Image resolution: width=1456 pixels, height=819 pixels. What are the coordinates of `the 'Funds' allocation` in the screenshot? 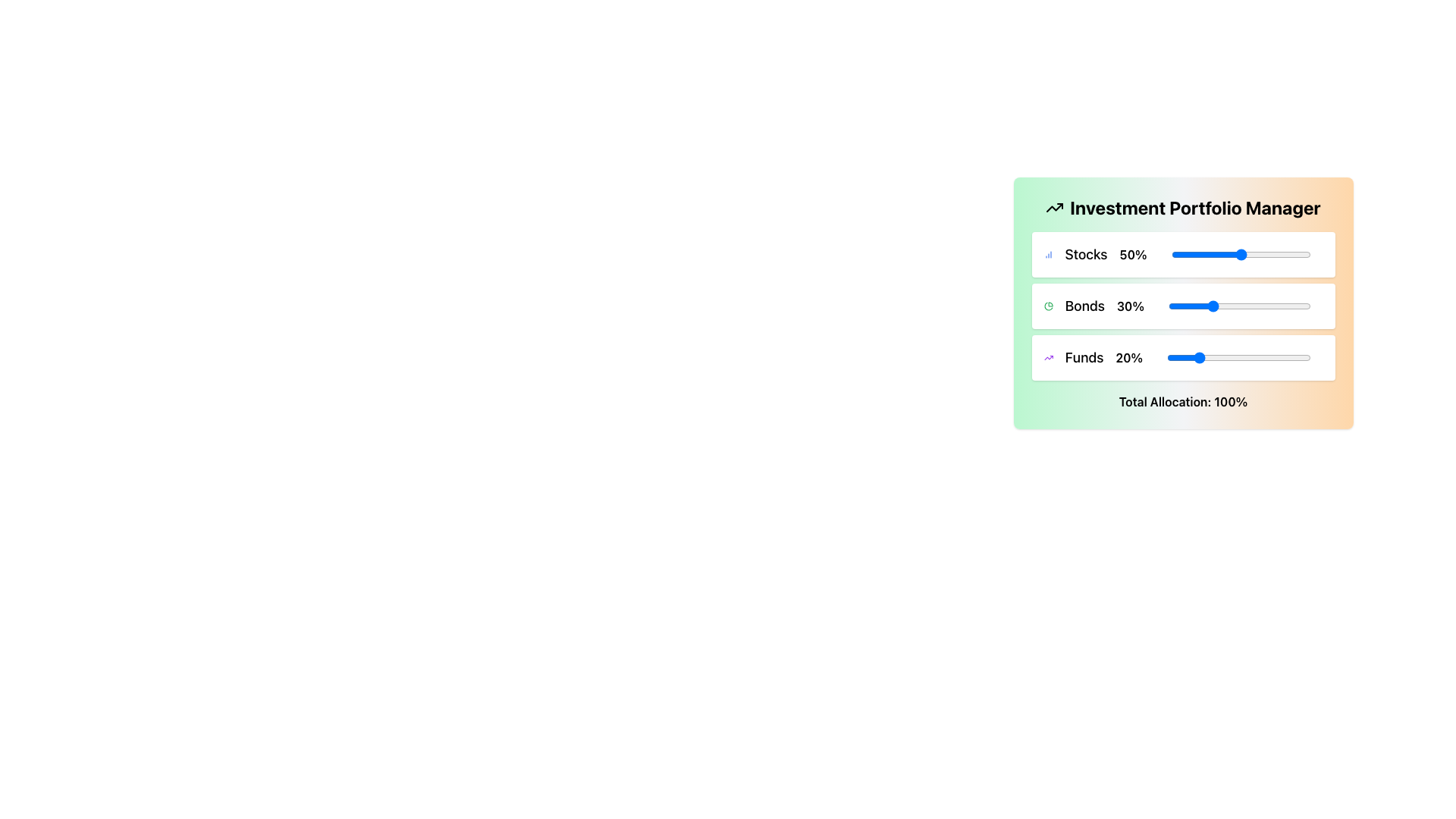 It's located at (1194, 357).